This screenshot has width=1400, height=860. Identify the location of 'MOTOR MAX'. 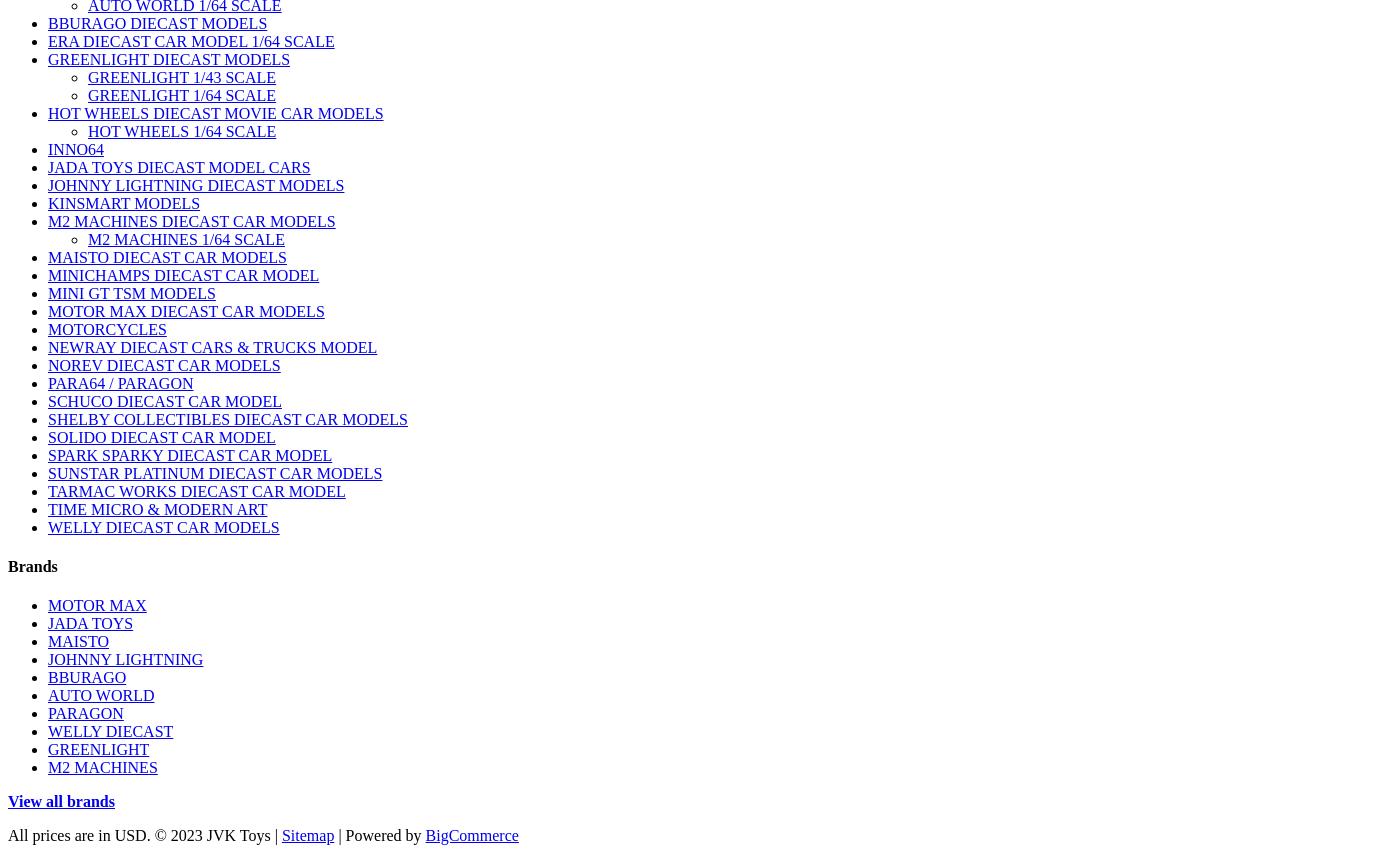
(97, 604).